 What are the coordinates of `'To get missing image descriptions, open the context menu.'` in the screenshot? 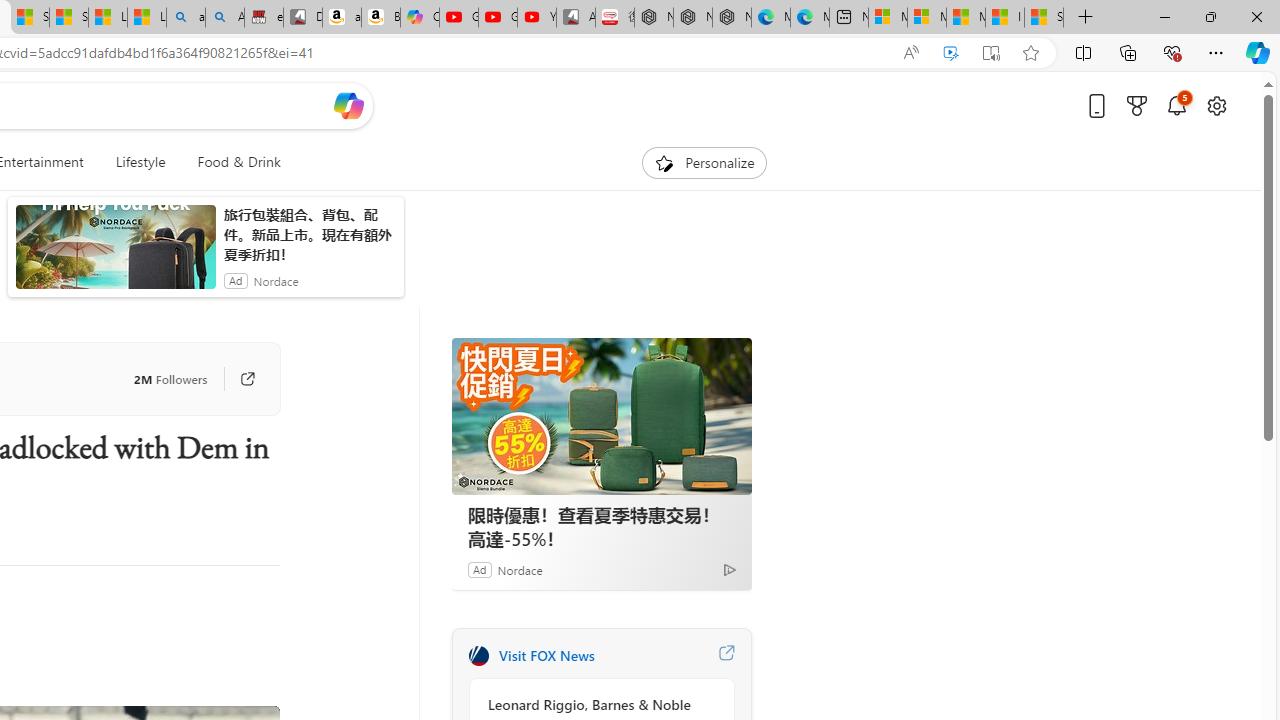 It's located at (664, 161).